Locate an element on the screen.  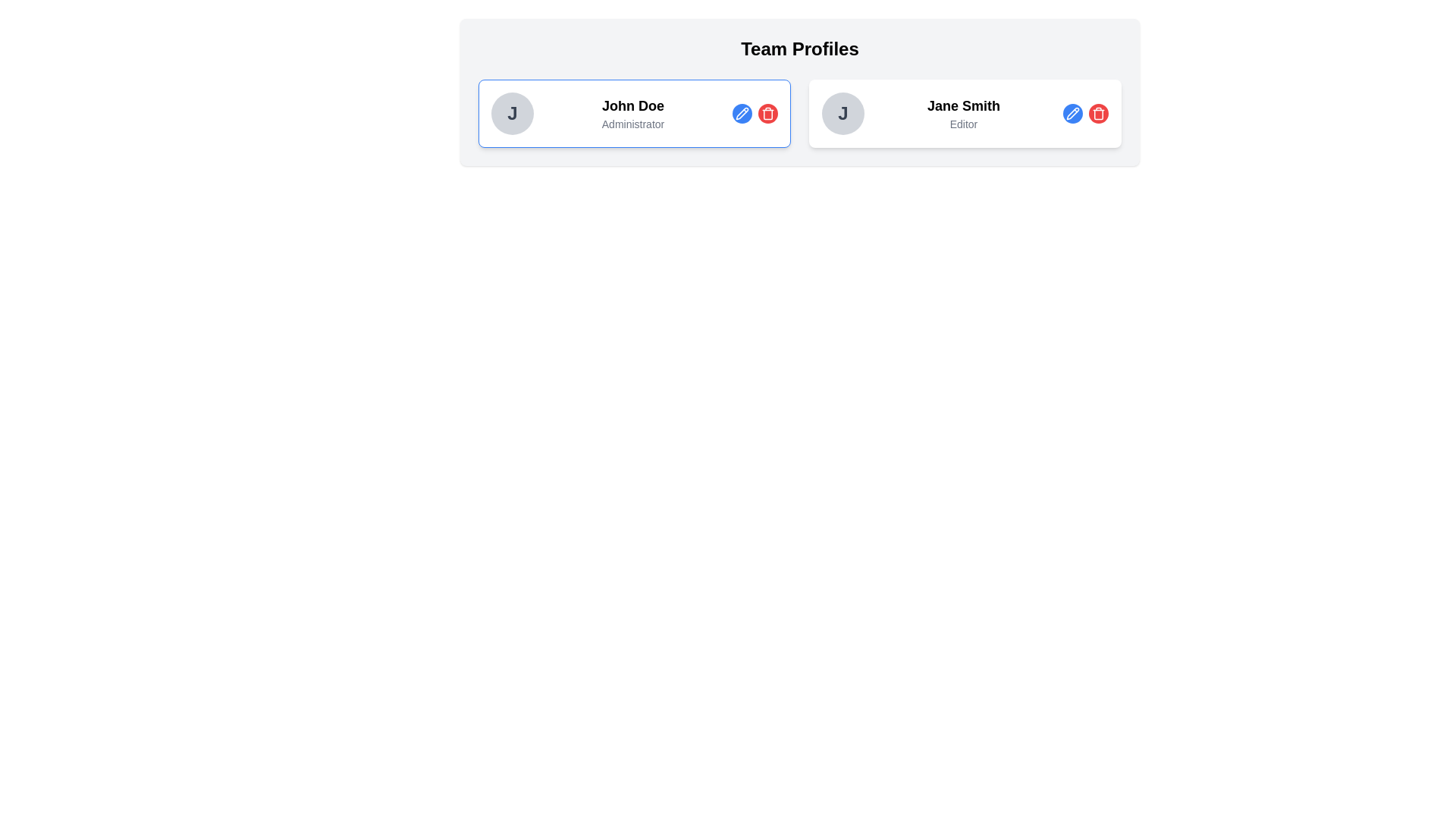
the text label displaying 'John Doe' in bold style, which is located above the smaller text 'Administrator' in the leftmost user profile card is located at coordinates (633, 105).